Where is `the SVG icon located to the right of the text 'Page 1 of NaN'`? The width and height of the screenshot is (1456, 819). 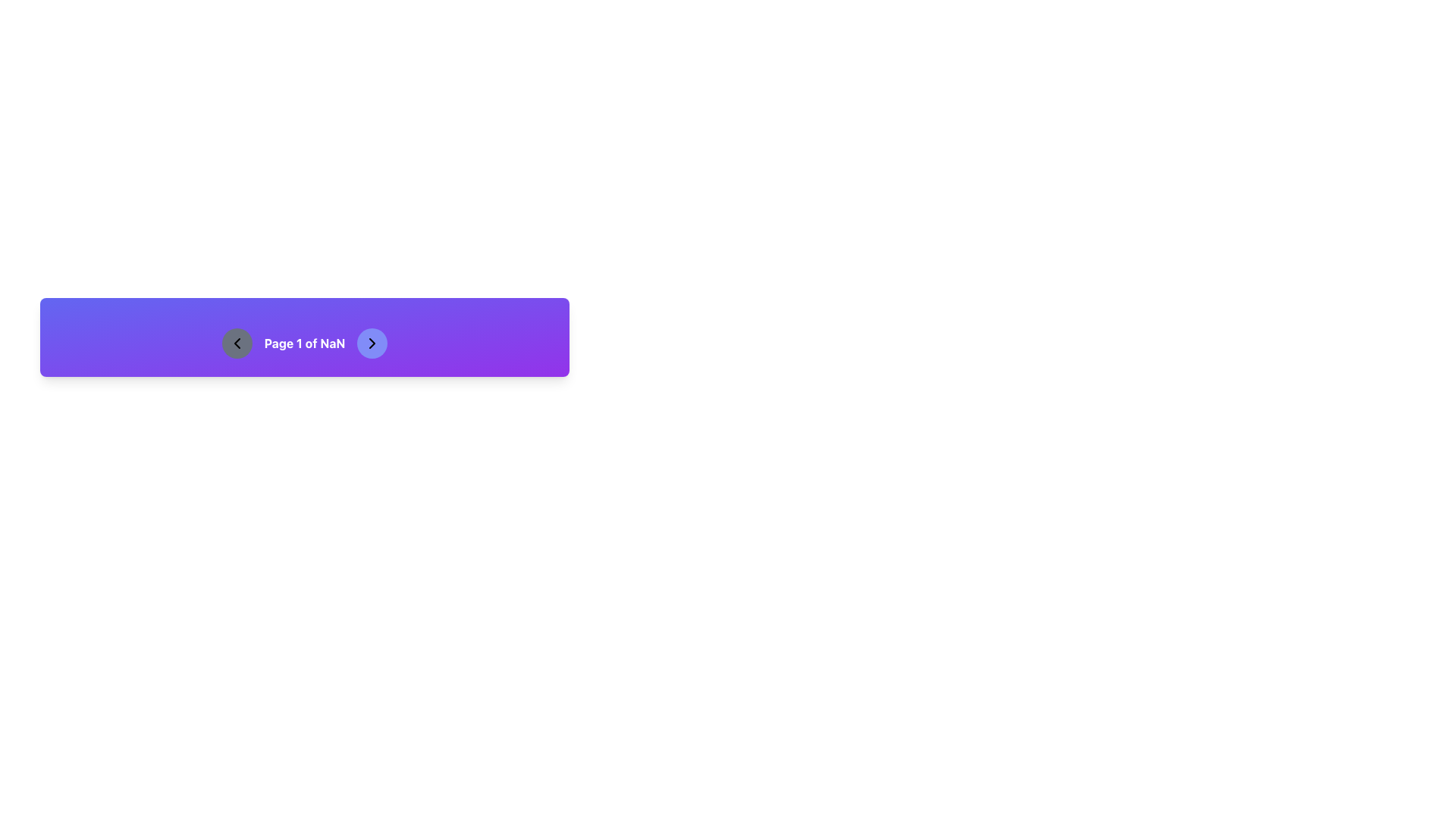
the SVG icon located to the right of the text 'Page 1 of NaN' is located at coordinates (372, 343).